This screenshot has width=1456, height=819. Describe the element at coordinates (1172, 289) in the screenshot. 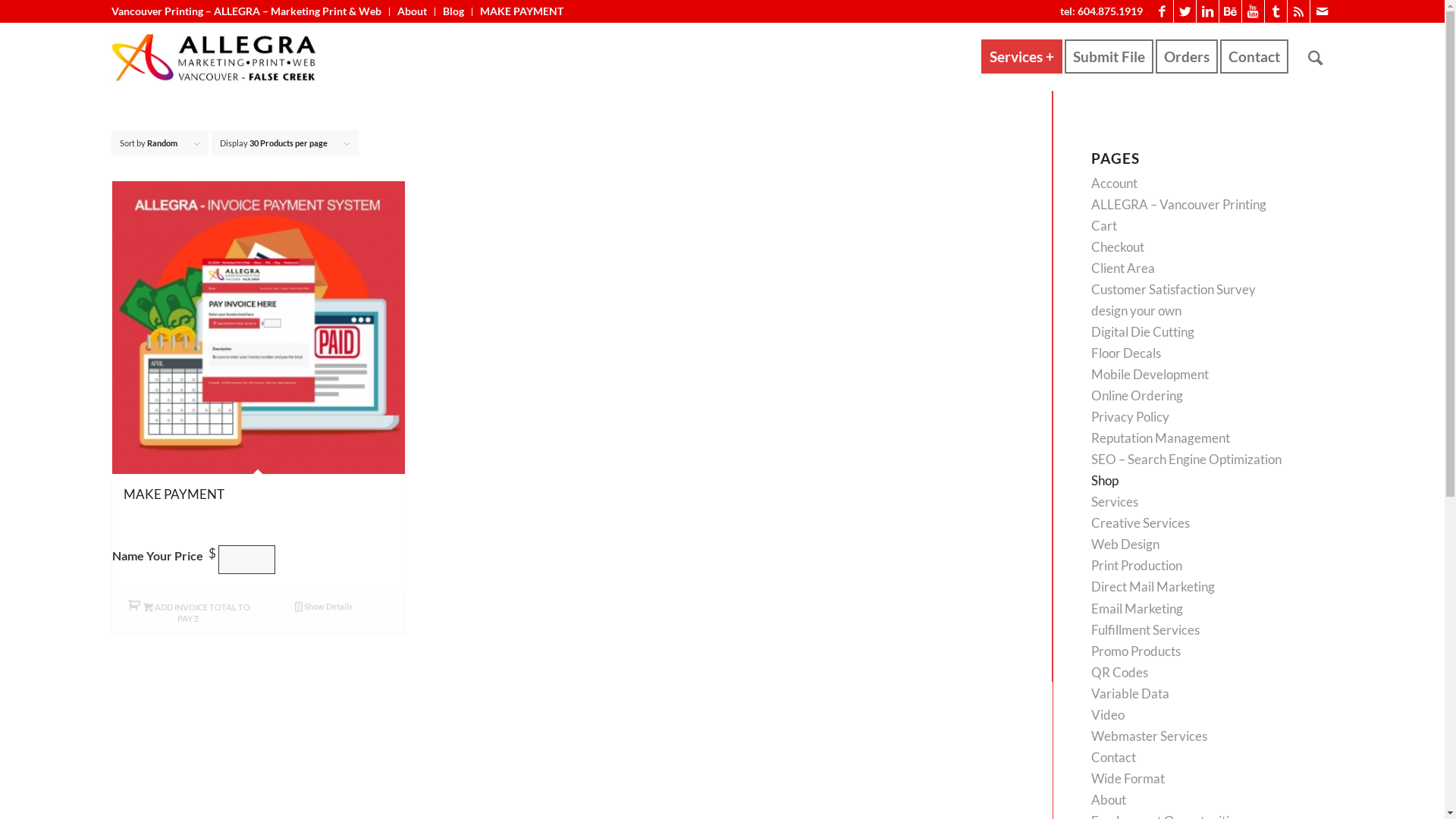

I see `'Customer Satisfaction Survey'` at that location.